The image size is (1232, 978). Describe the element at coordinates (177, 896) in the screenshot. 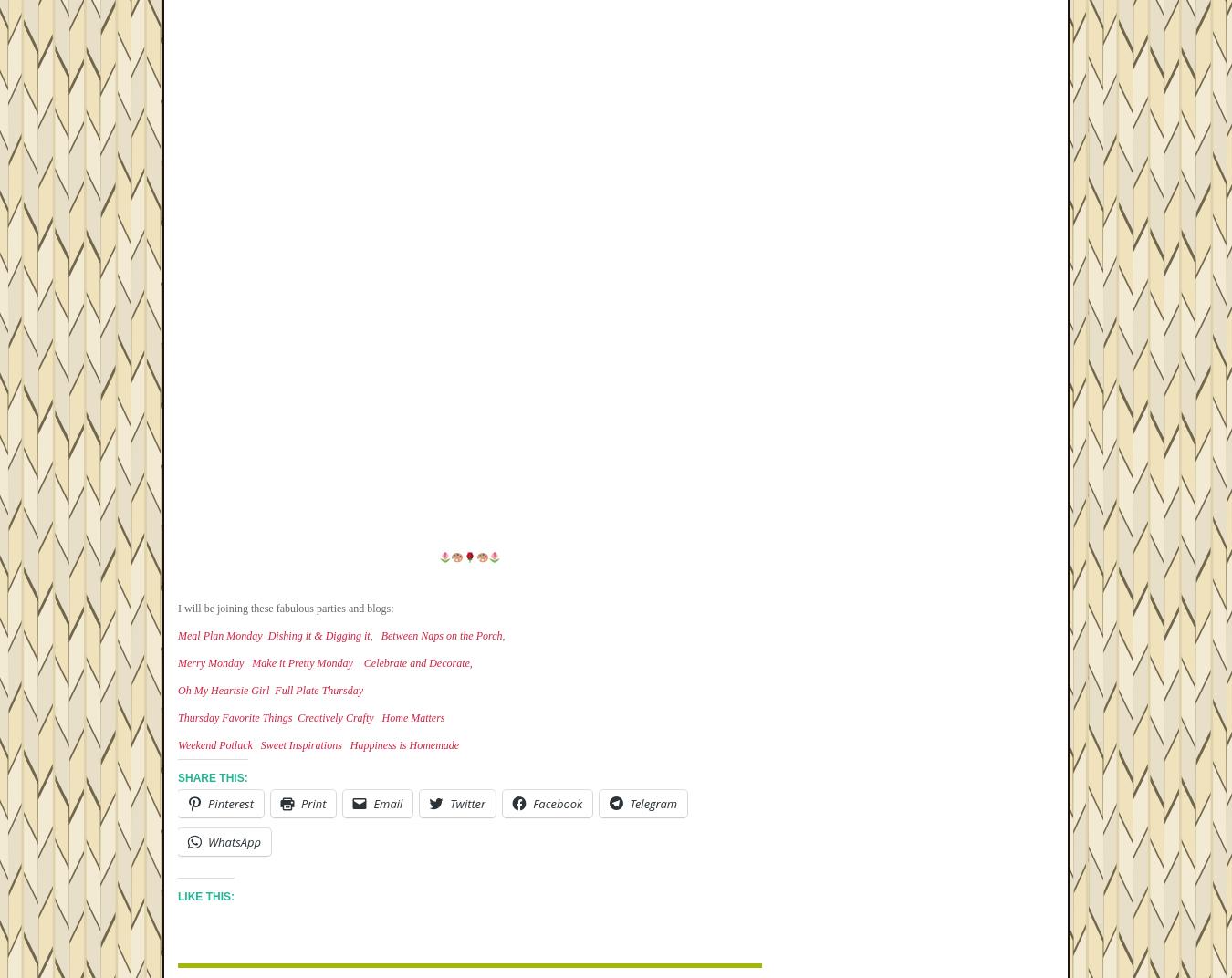

I see `'Like this:'` at that location.